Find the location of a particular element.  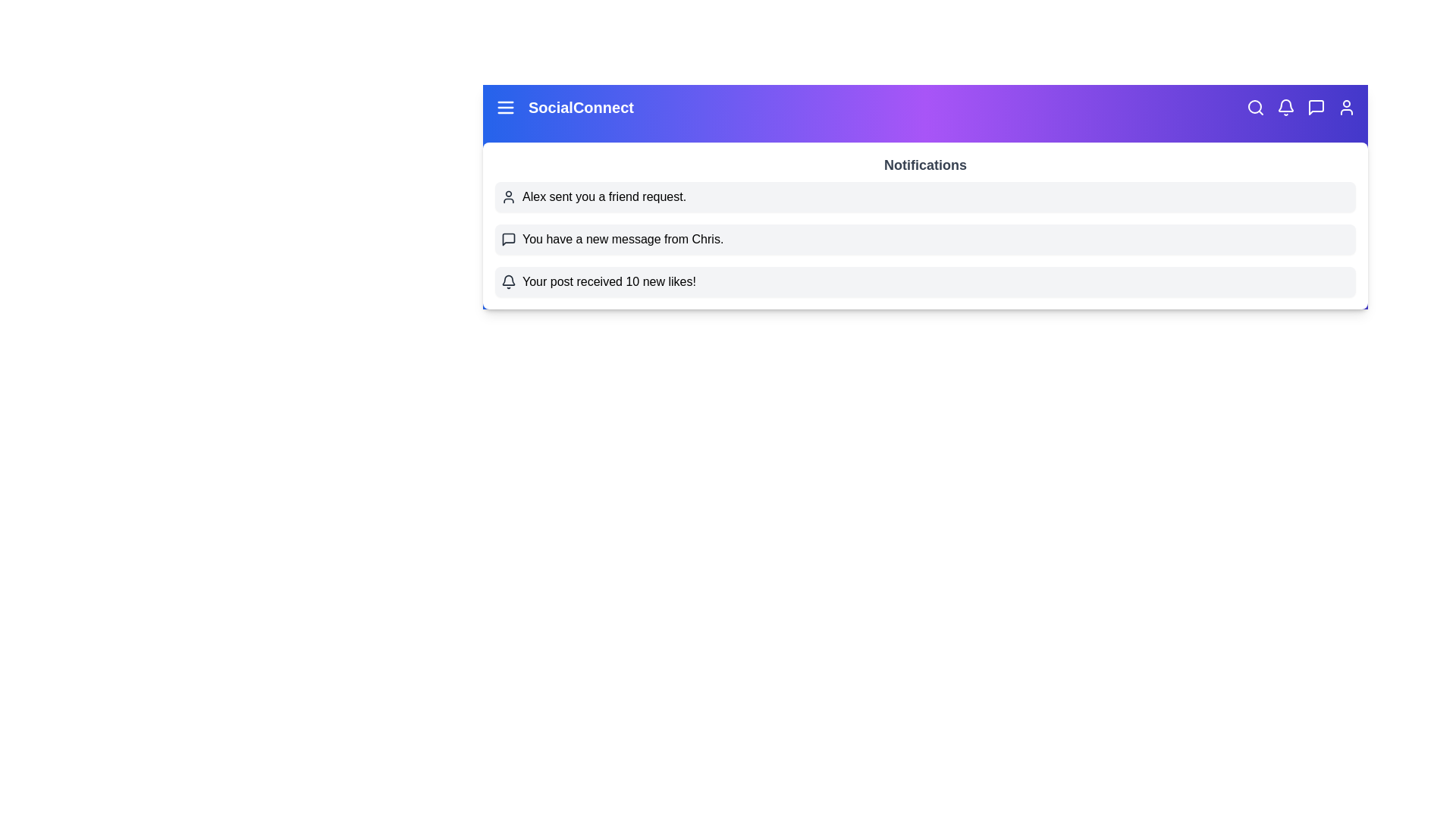

the bell icon to toggle the notifications panel is located at coordinates (1285, 107).